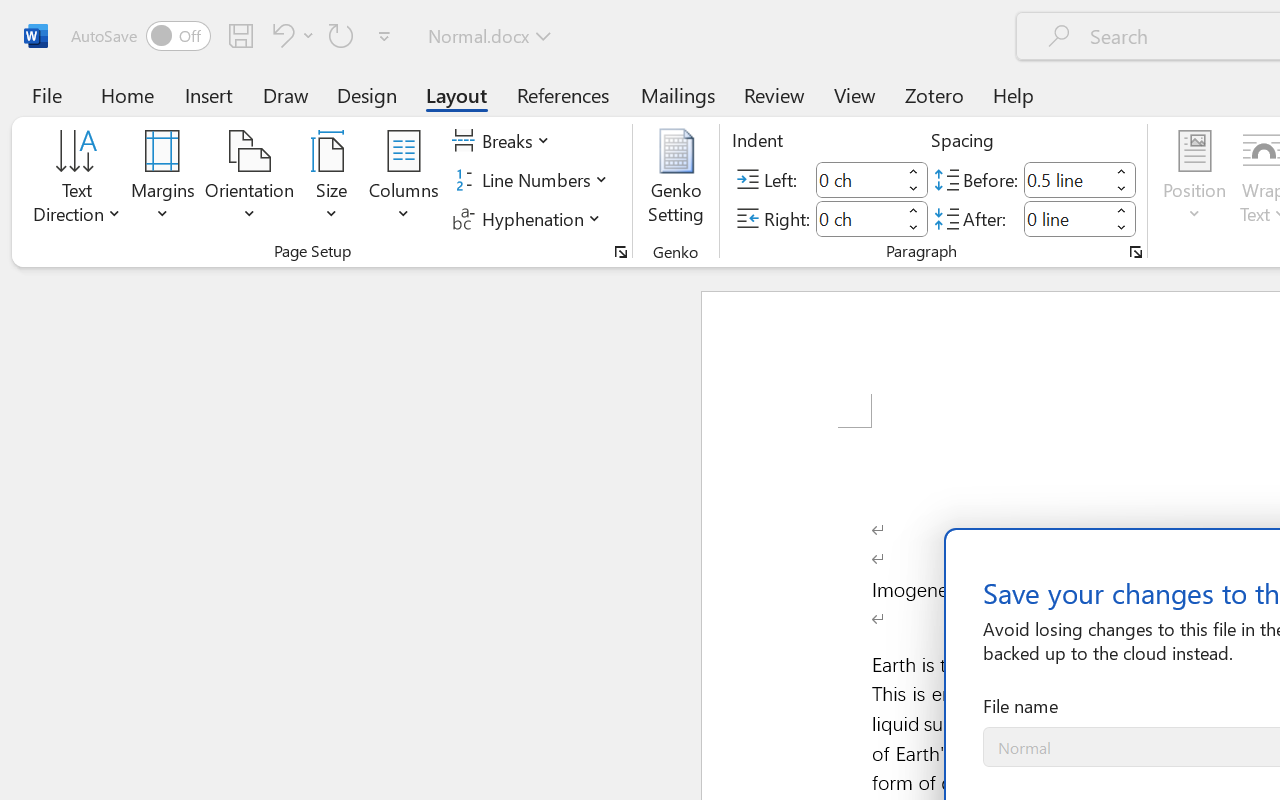 This screenshot has height=800, width=1280. Describe the element at coordinates (858, 178) in the screenshot. I see `'Indent Left'` at that location.